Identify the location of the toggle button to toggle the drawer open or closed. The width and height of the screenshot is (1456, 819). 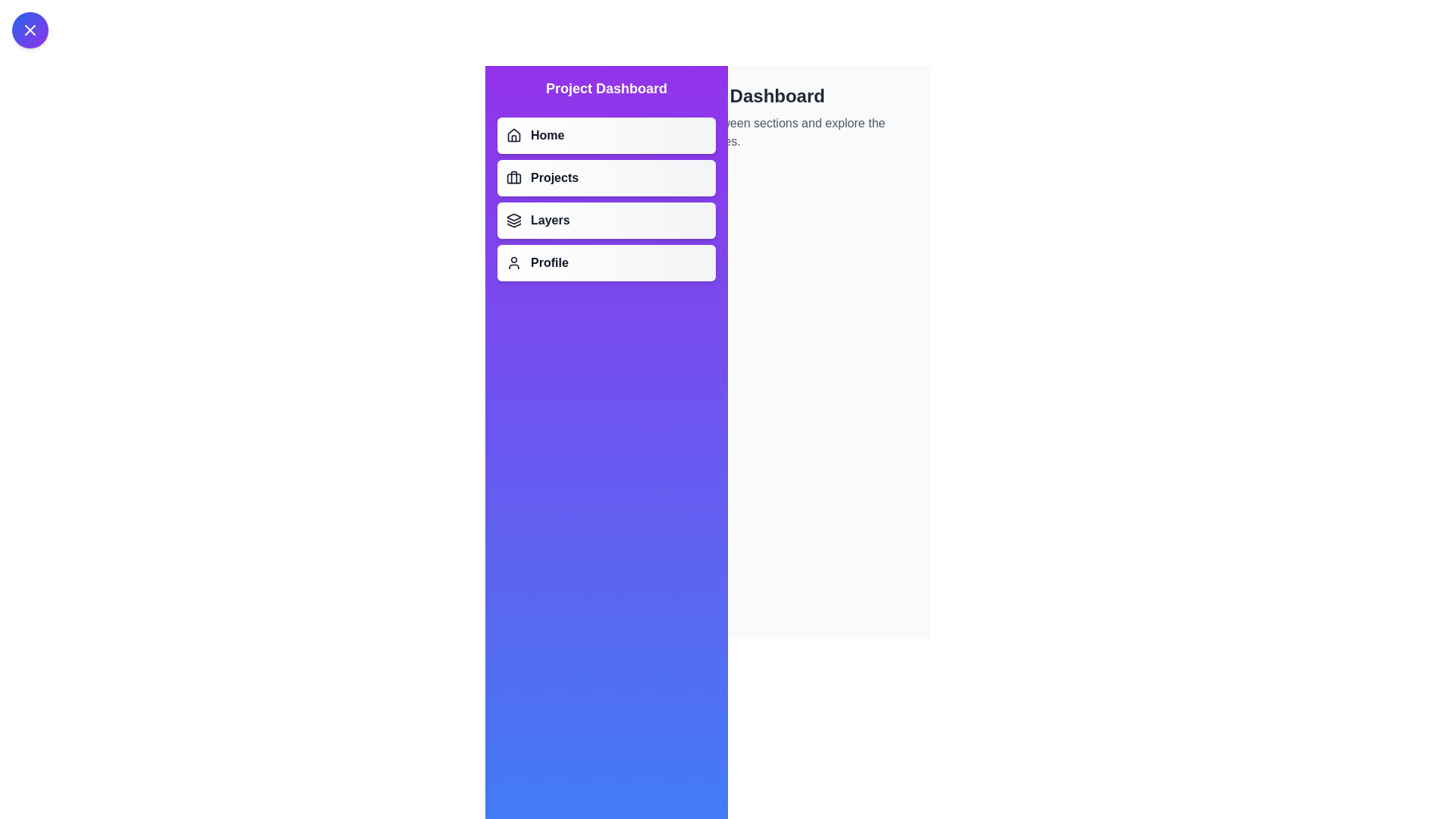
(30, 30).